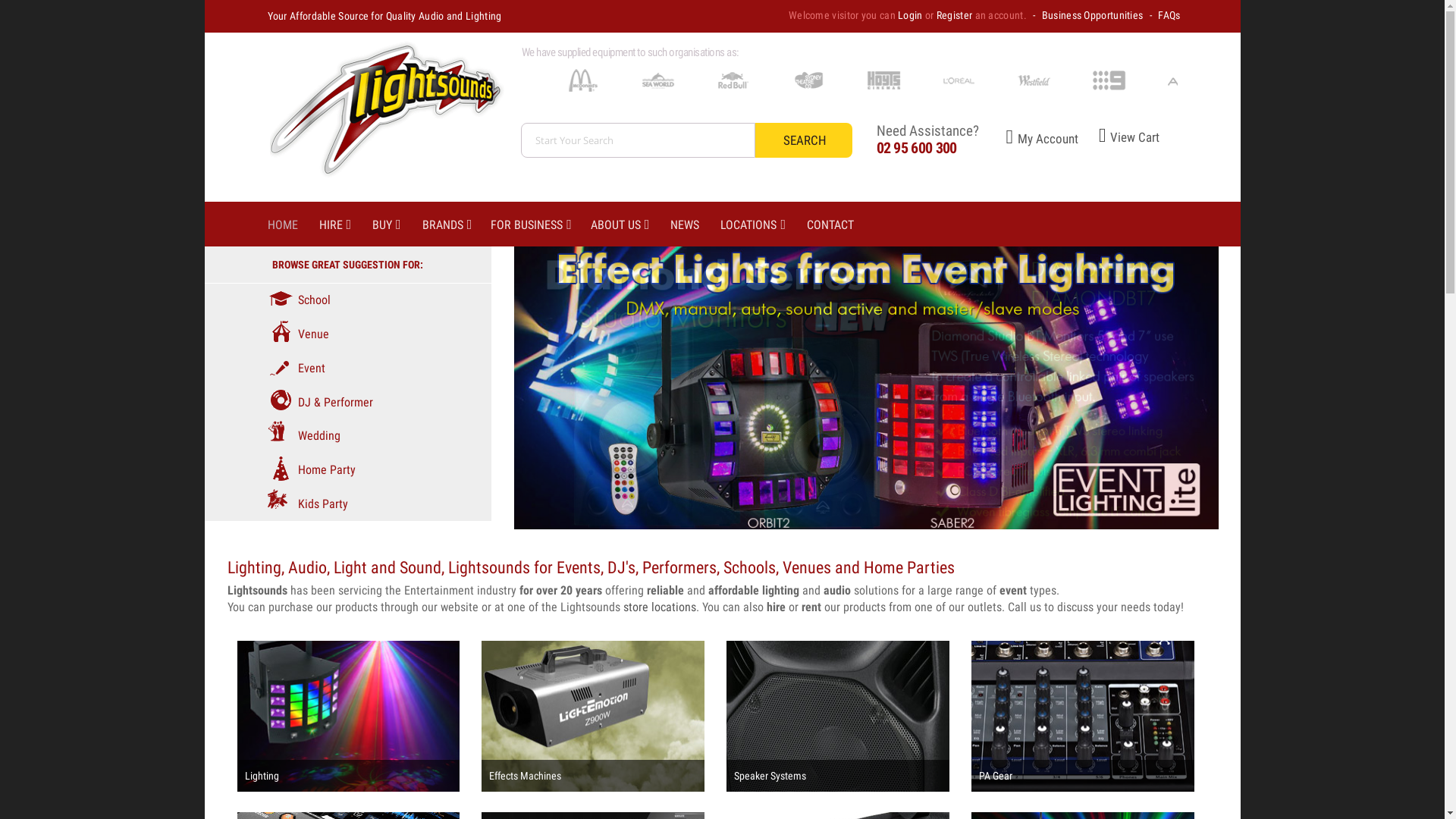  Describe the element at coordinates (422, 225) in the screenshot. I see `'BRANDS'` at that location.